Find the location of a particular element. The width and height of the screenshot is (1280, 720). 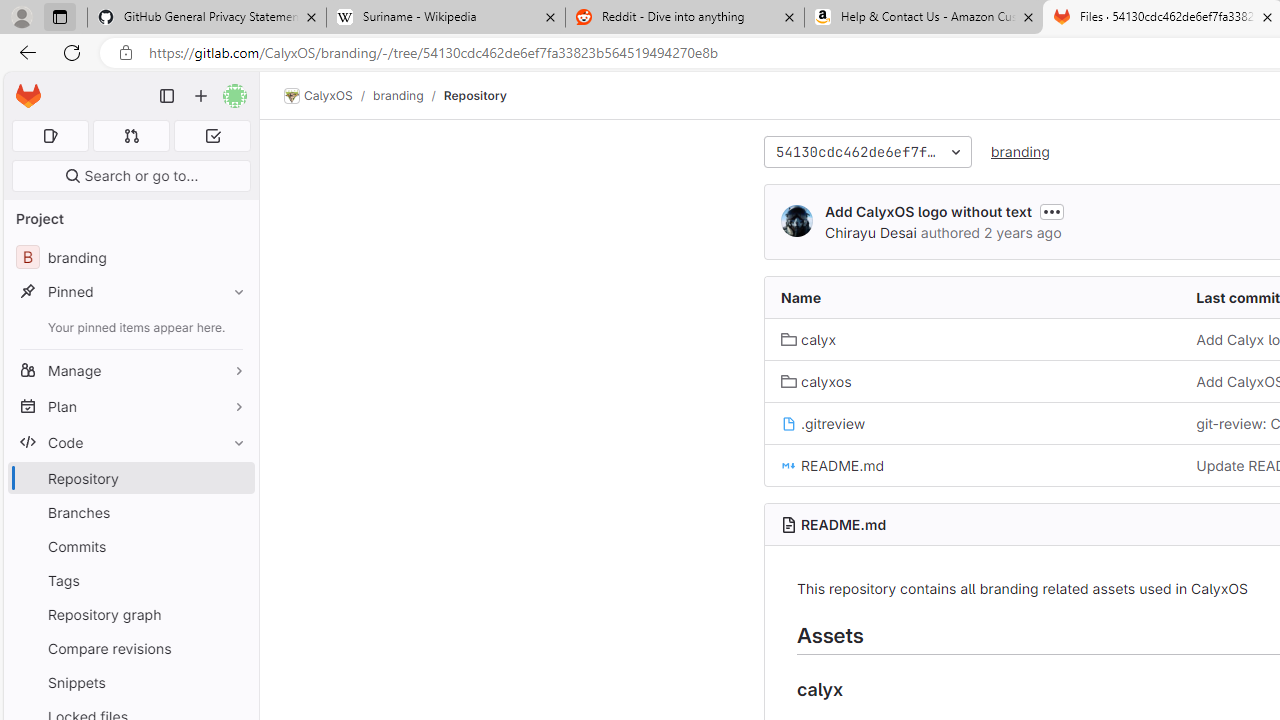

'Pinned' is located at coordinates (130, 291).